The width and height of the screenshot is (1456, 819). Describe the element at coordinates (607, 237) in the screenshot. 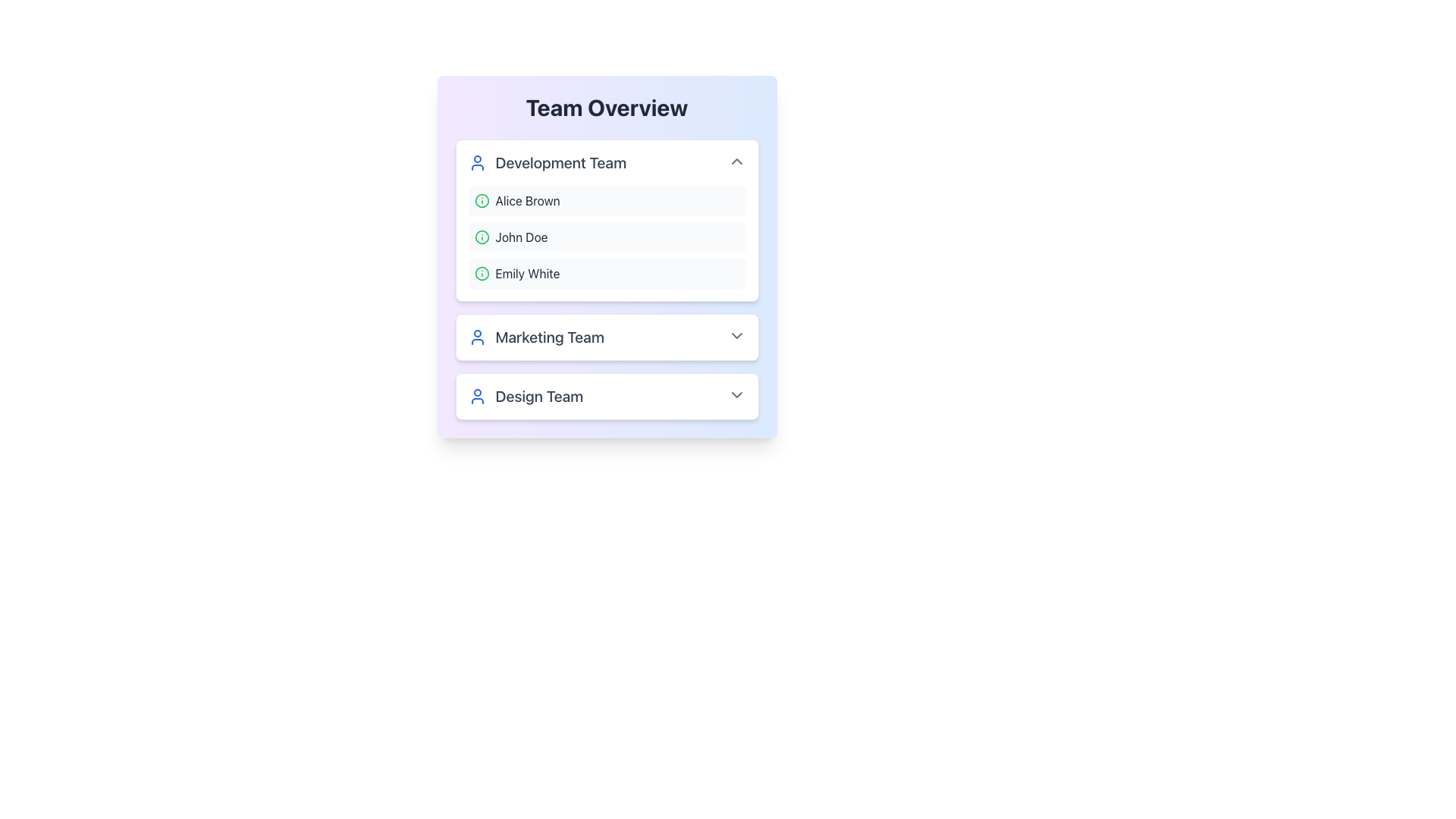

I see `the second item in the 'Development Team' list` at that location.